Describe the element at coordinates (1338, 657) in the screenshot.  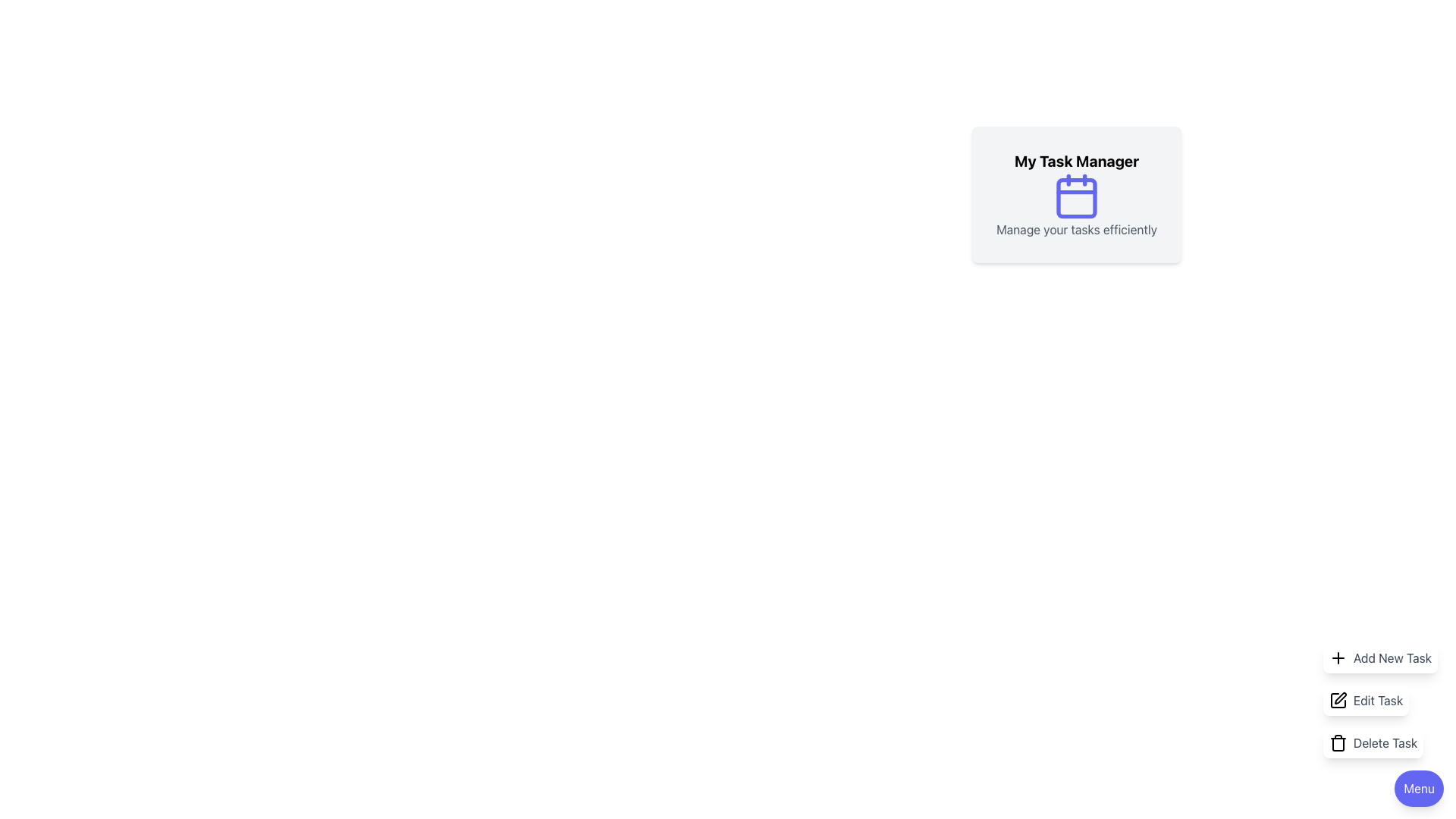
I see `the circular plus icon located to the immediate left of the 'Add New Task' button` at that location.